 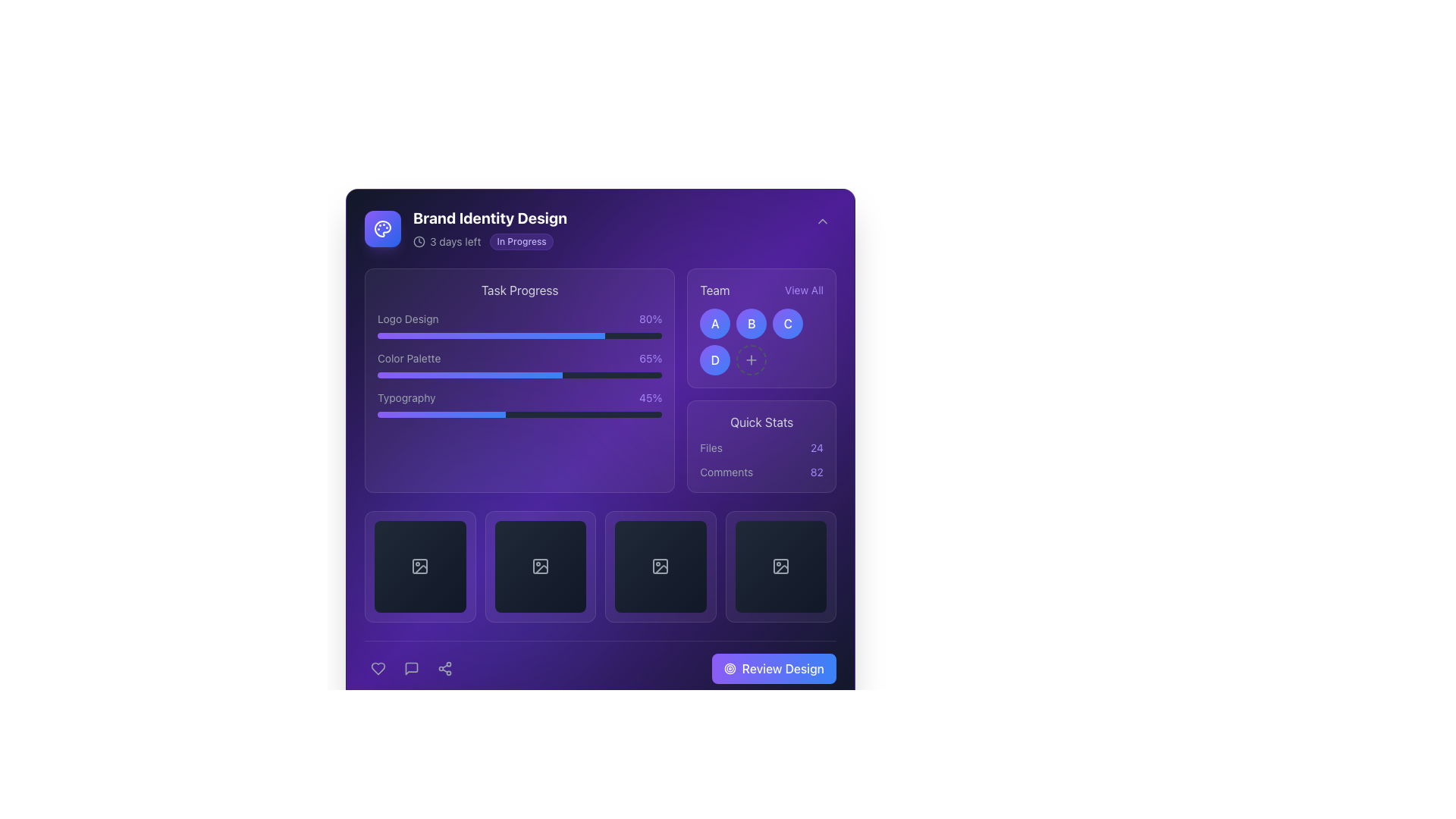 I want to click on the button next to the 'Team' title to trigger visual styling changes, so click(x=803, y=290).